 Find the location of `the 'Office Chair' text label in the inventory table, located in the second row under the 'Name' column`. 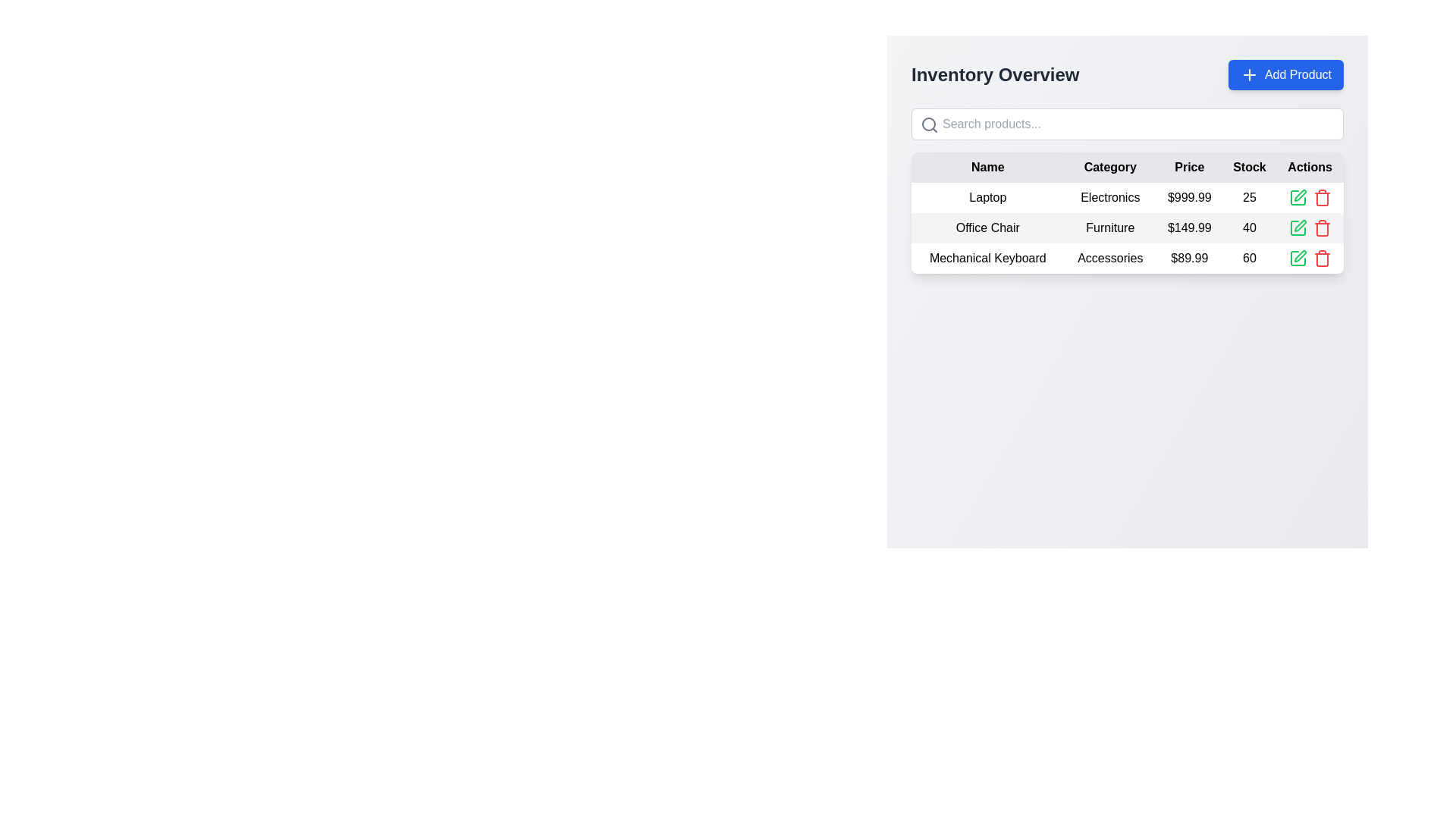

the 'Office Chair' text label in the inventory table, located in the second row under the 'Name' column is located at coordinates (987, 227).